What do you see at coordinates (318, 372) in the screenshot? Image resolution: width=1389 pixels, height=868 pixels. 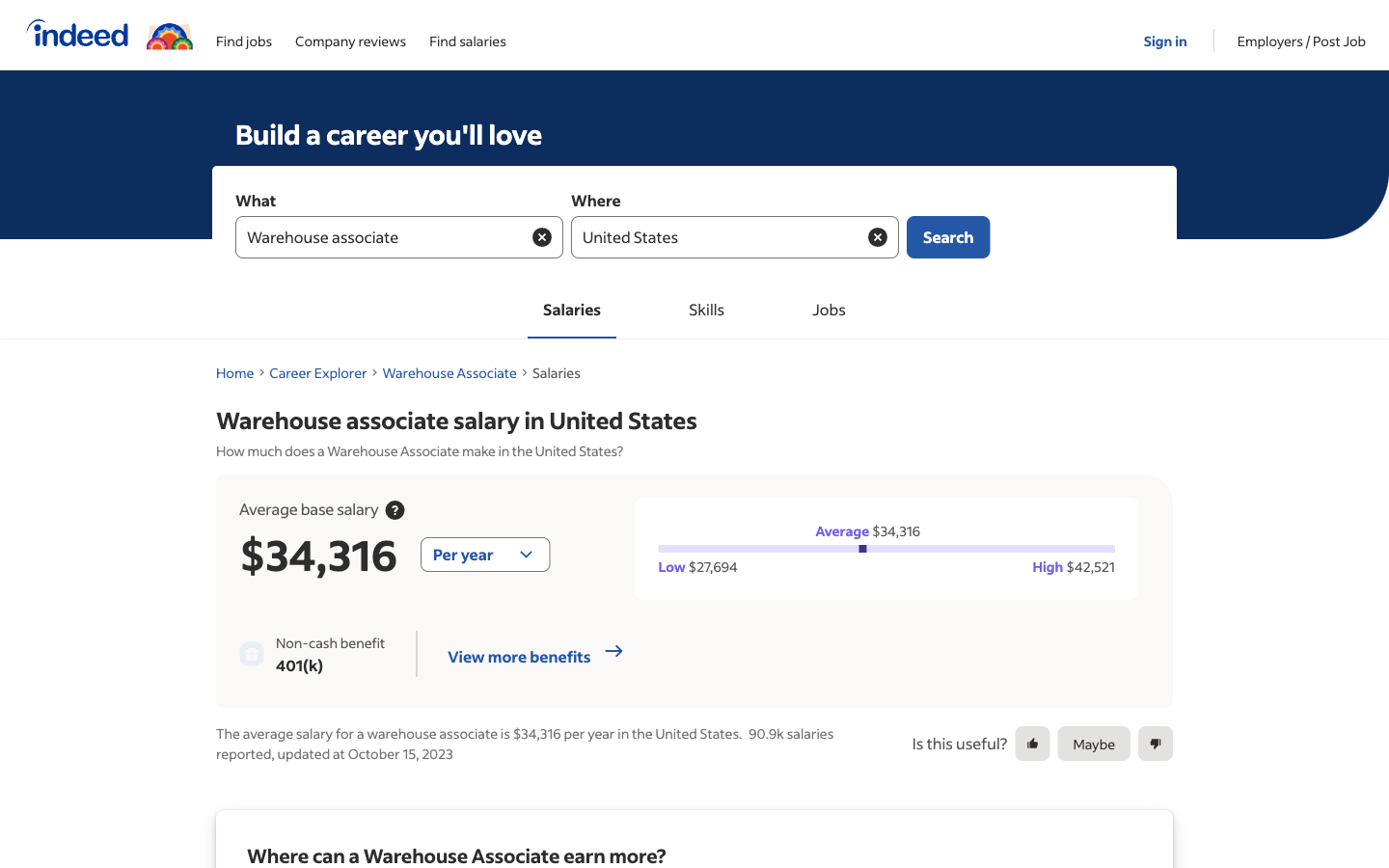 I see `Go back to career explorer page` at bounding box center [318, 372].